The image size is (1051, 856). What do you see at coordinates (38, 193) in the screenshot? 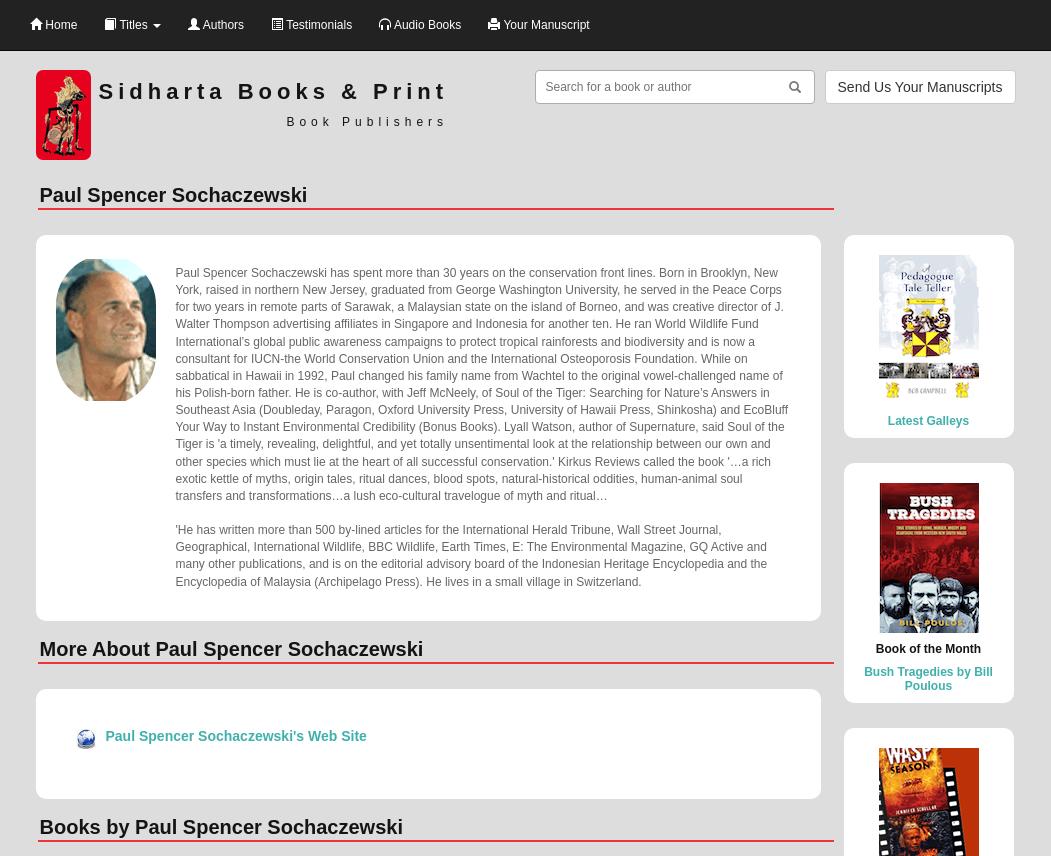
I see `'Paul Spencer Sochaczewski'` at bounding box center [38, 193].